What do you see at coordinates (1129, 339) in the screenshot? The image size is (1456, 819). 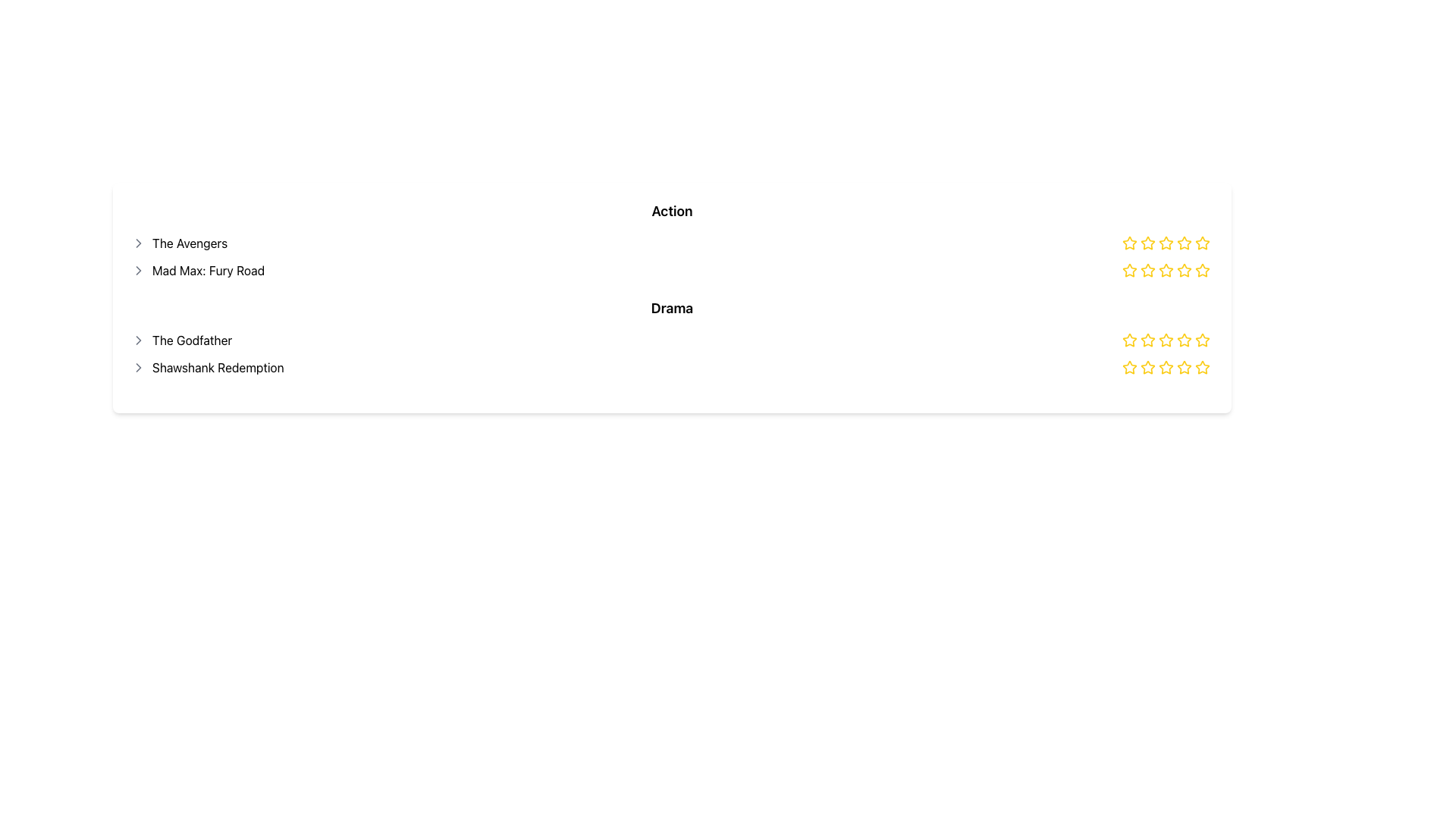 I see `the first yellow star icon in the 'Drama' section next to the title 'The Godfather' to interact with the rating component` at bounding box center [1129, 339].